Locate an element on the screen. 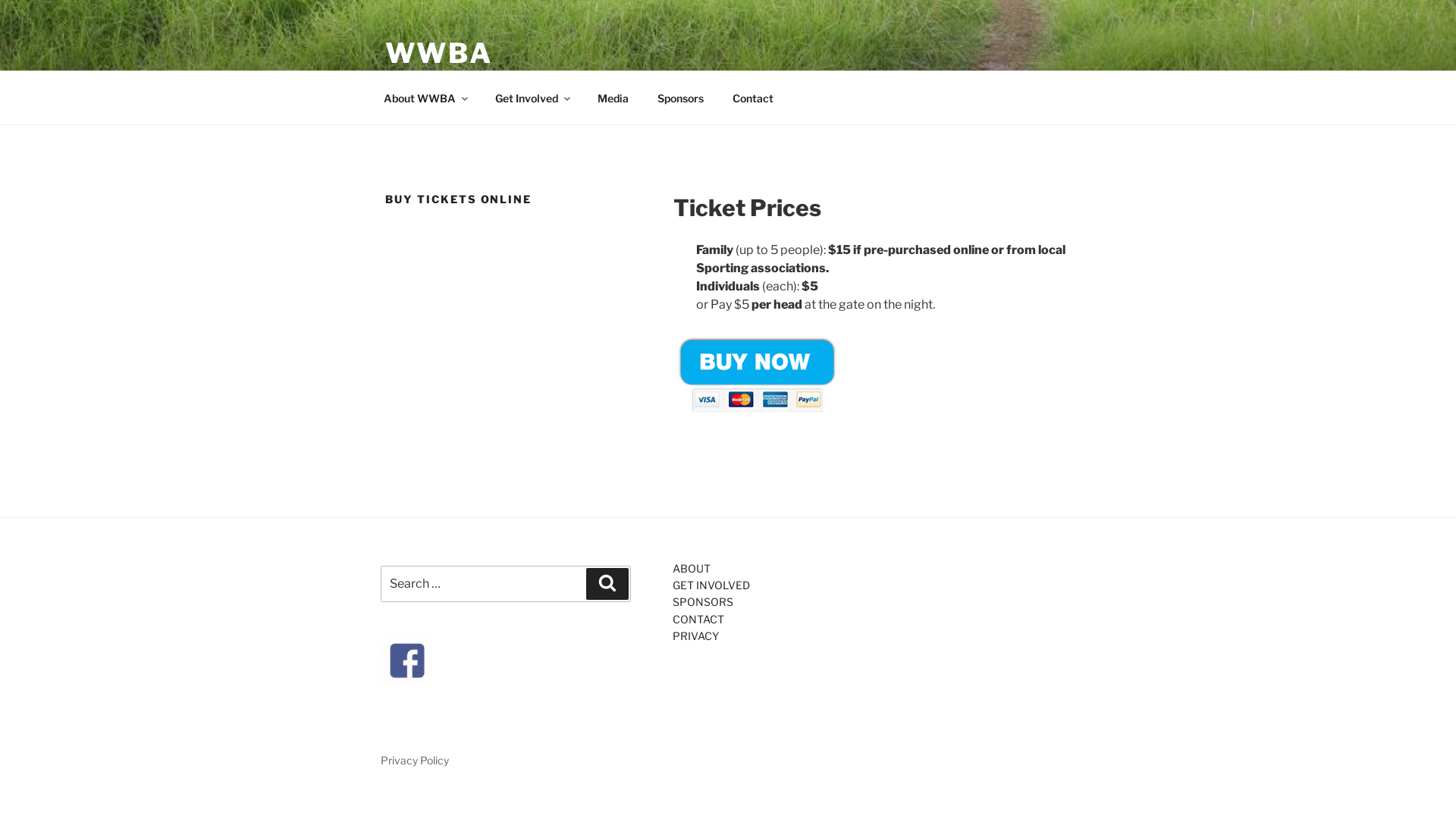 Image resolution: width=1456 pixels, height=819 pixels. 'Search' is located at coordinates (607, 582).